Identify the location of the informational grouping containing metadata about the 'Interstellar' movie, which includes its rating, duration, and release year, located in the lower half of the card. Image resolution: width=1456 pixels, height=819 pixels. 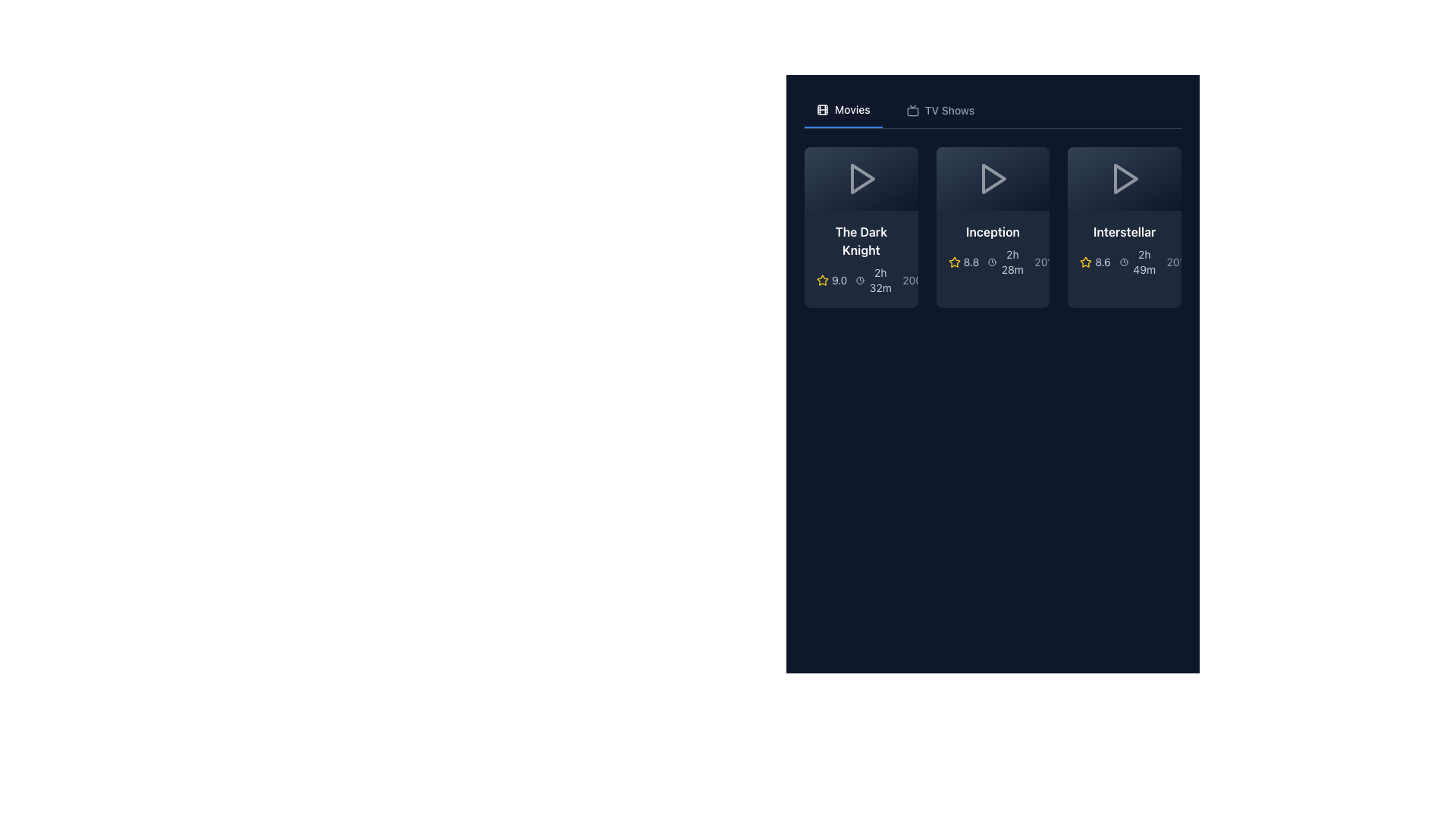
(1125, 262).